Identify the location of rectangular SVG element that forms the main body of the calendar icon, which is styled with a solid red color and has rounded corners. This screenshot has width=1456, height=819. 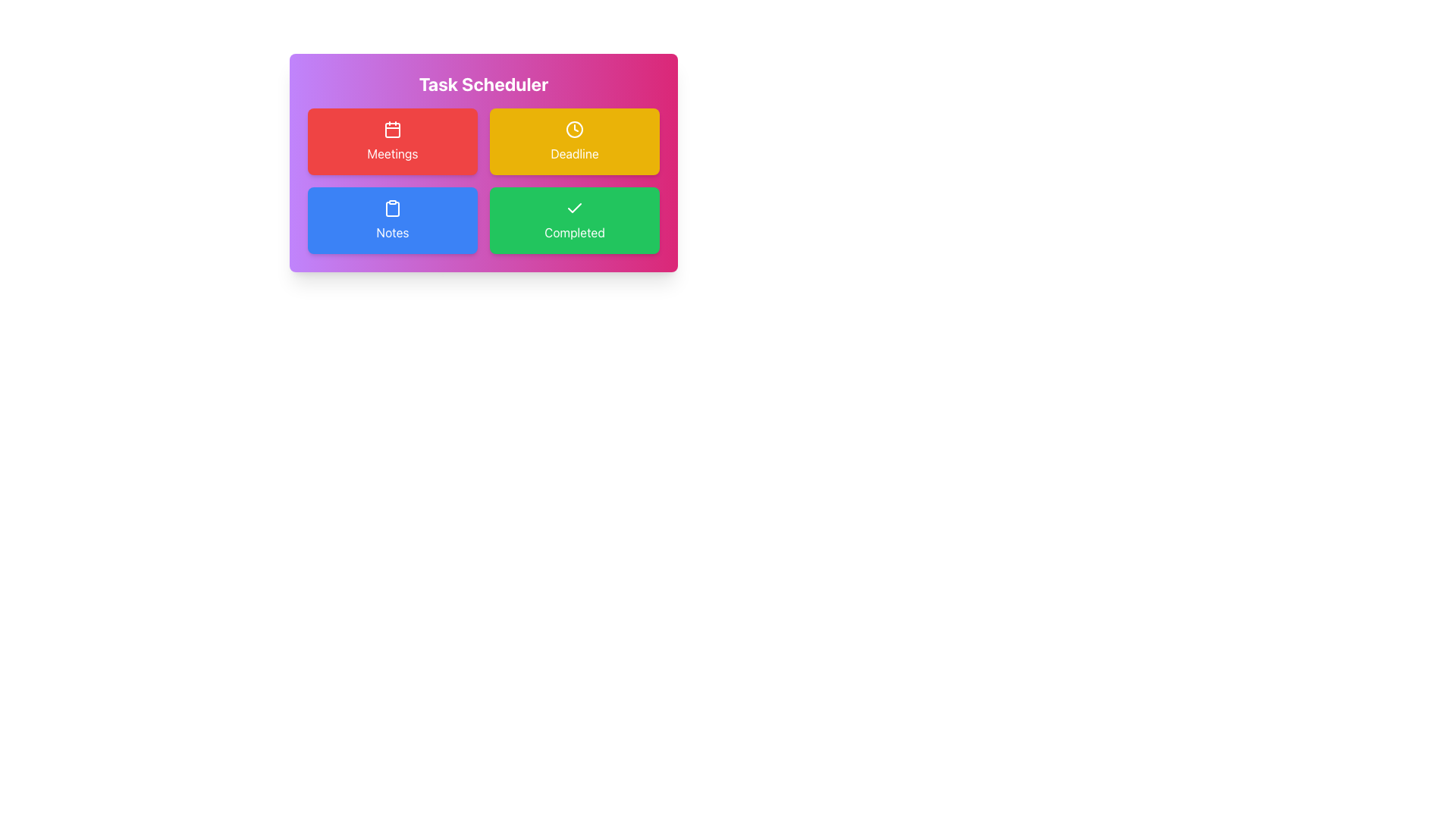
(393, 130).